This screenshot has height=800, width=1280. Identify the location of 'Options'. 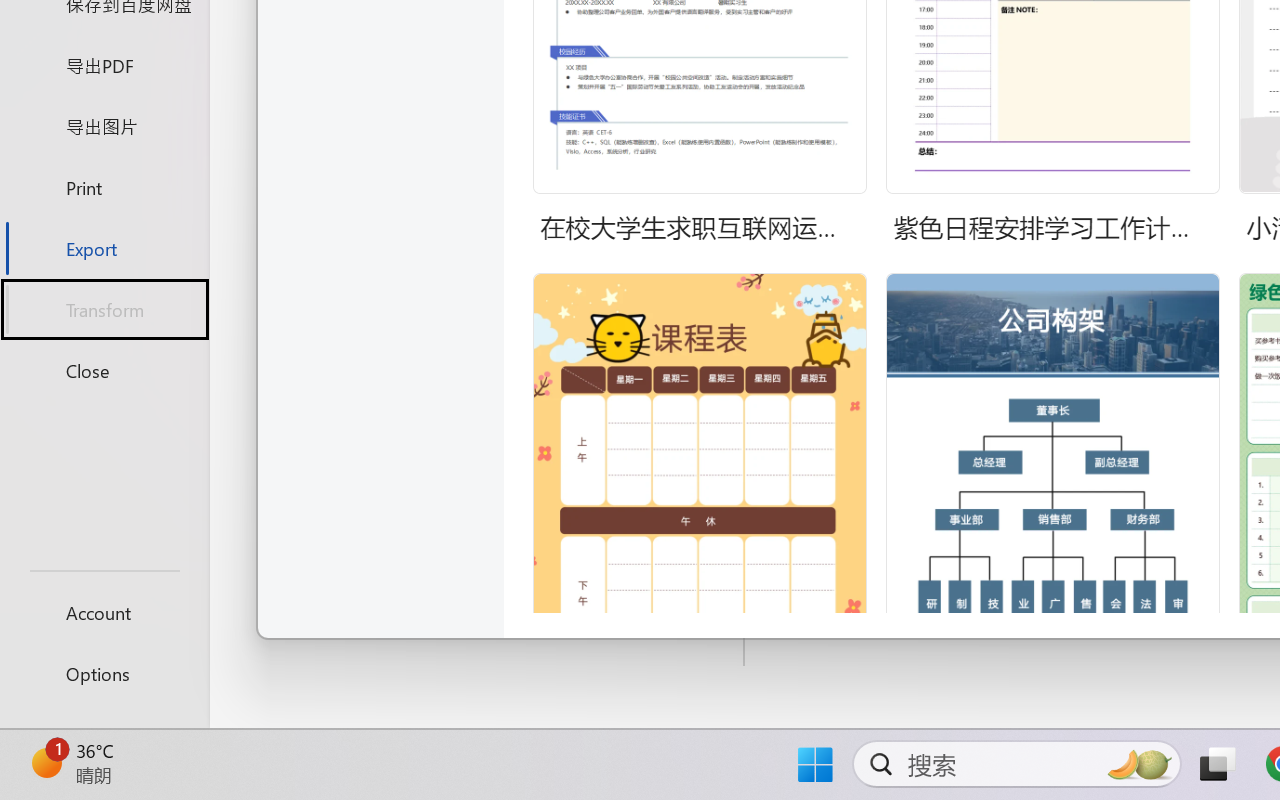
(103, 673).